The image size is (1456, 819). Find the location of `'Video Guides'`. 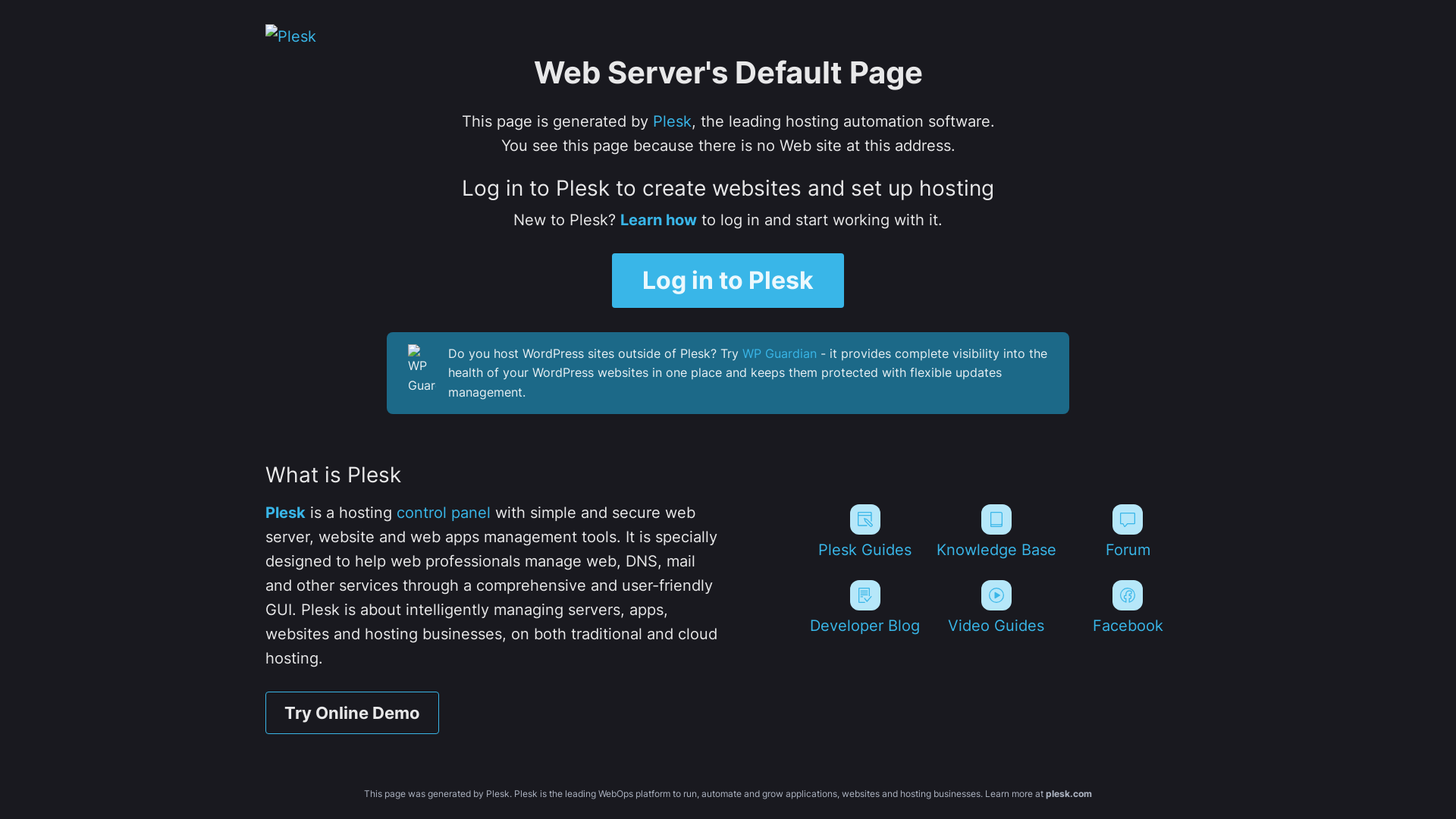

'Video Guides' is located at coordinates (996, 607).